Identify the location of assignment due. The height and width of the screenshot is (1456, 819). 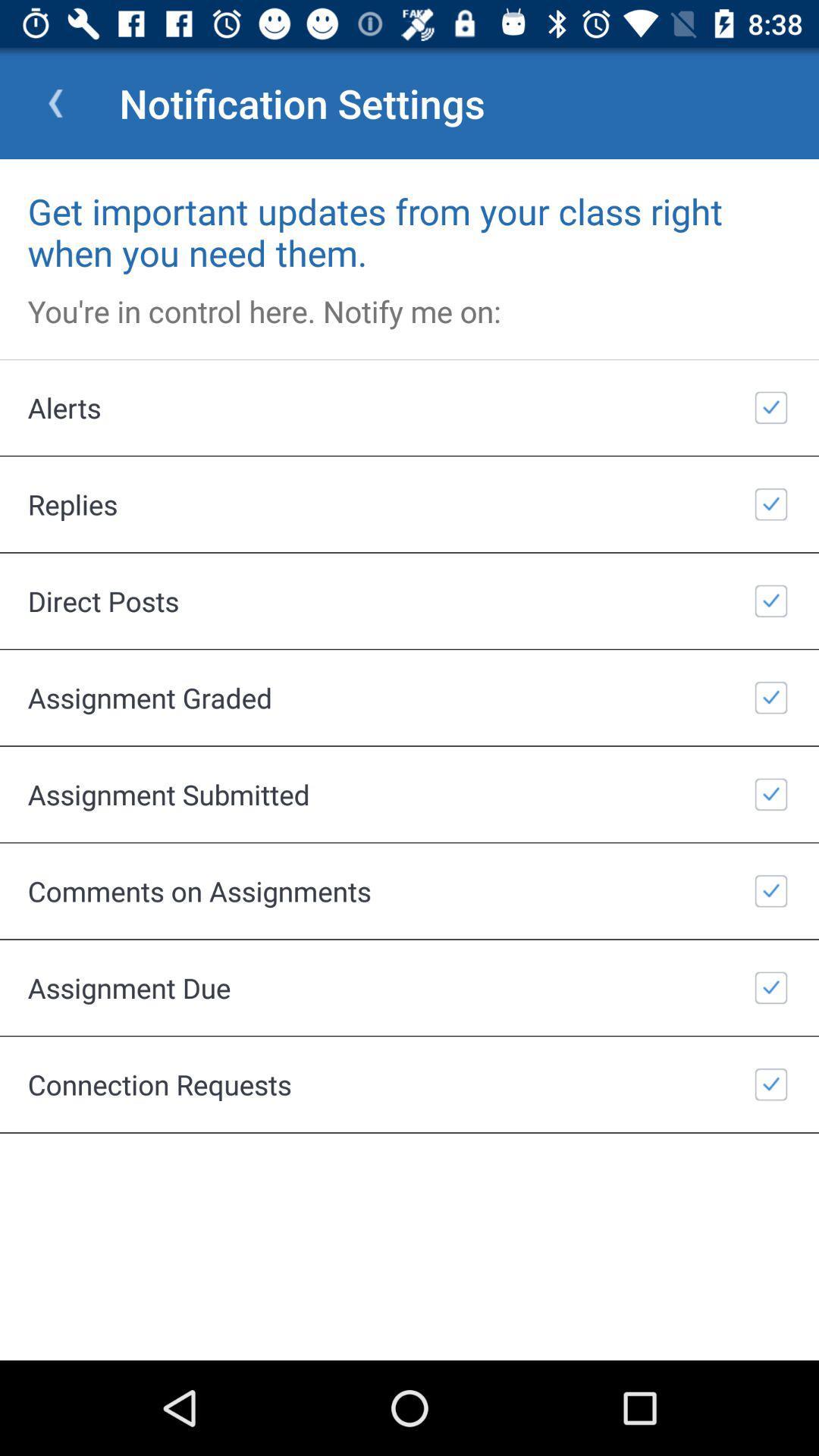
(409, 987).